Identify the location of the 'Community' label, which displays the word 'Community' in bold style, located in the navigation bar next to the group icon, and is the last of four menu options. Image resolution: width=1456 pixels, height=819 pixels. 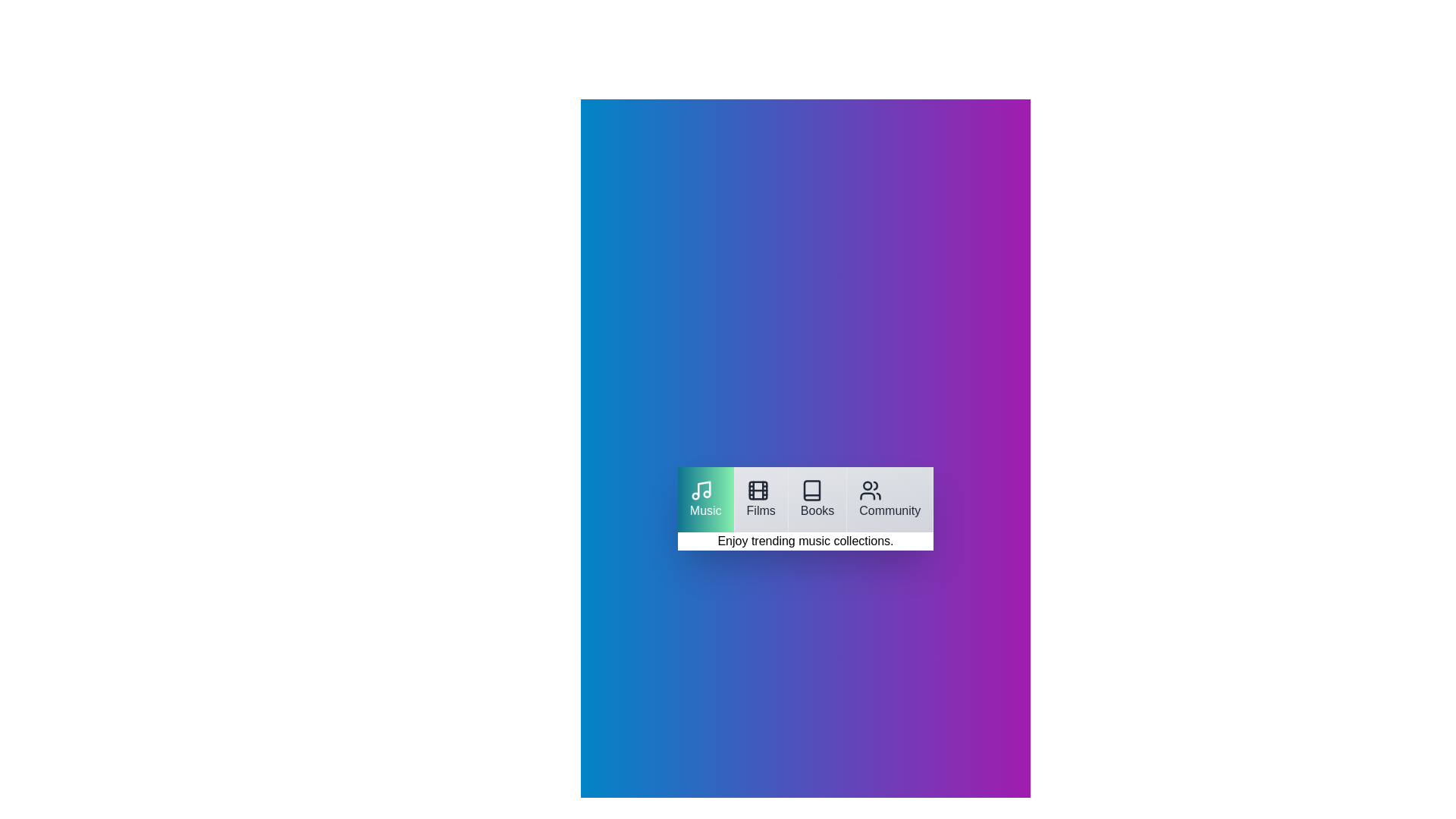
(890, 510).